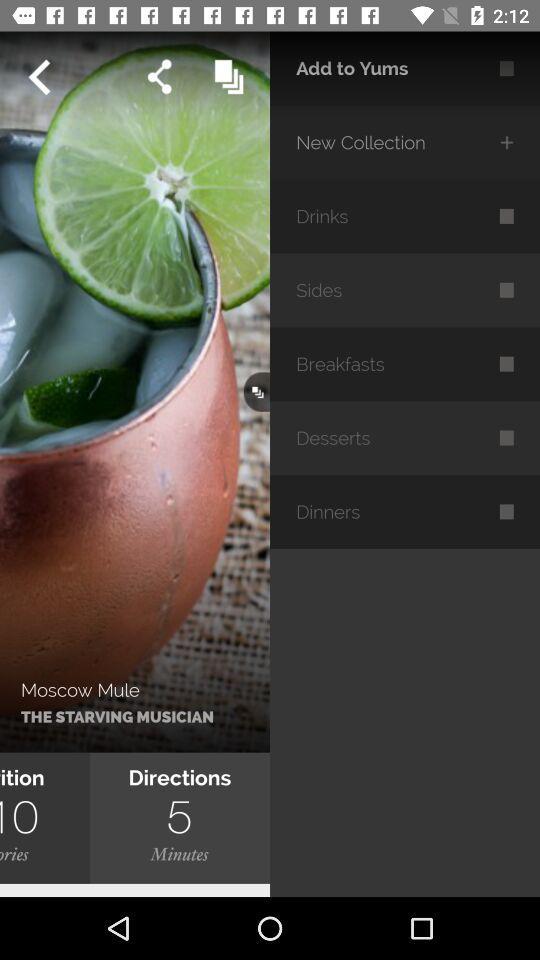 This screenshot has width=540, height=960. Describe the element at coordinates (158, 77) in the screenshot. I see `share` at that location.